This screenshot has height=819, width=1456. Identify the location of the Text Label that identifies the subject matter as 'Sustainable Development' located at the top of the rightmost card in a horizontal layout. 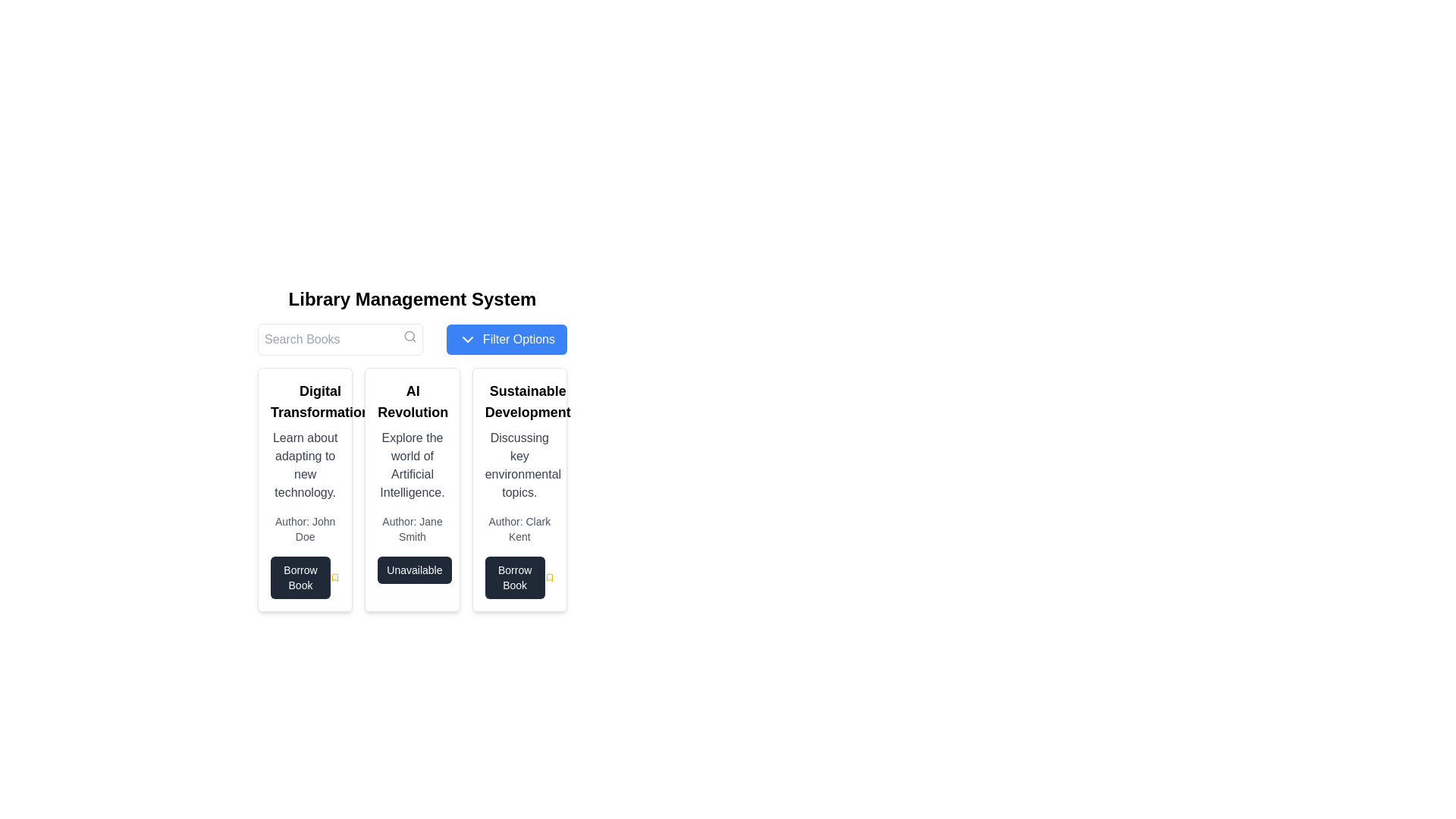
(528, 400).